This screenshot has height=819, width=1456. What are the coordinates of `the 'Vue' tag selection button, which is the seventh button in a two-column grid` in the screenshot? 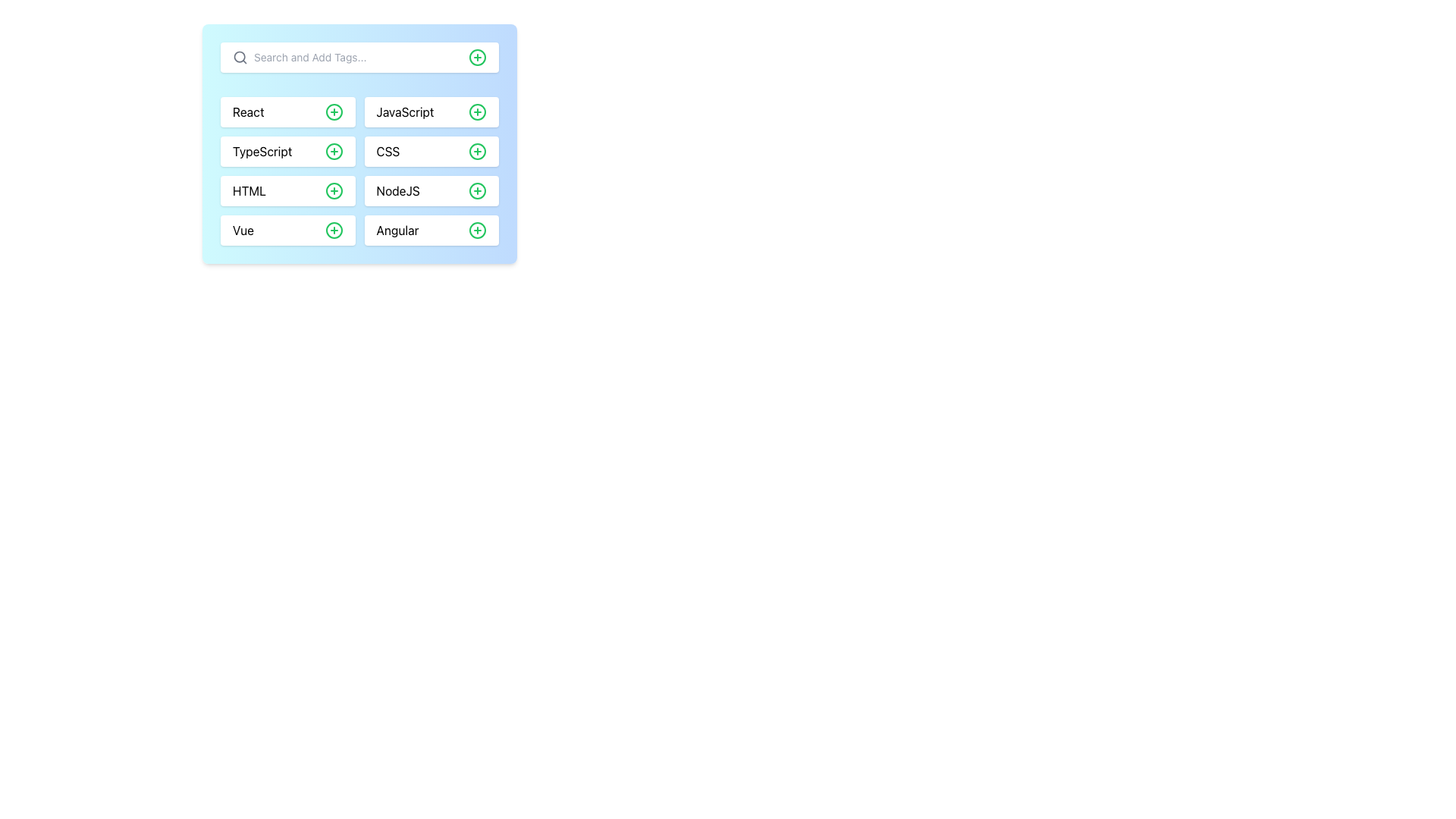 It's located at (287, 231).